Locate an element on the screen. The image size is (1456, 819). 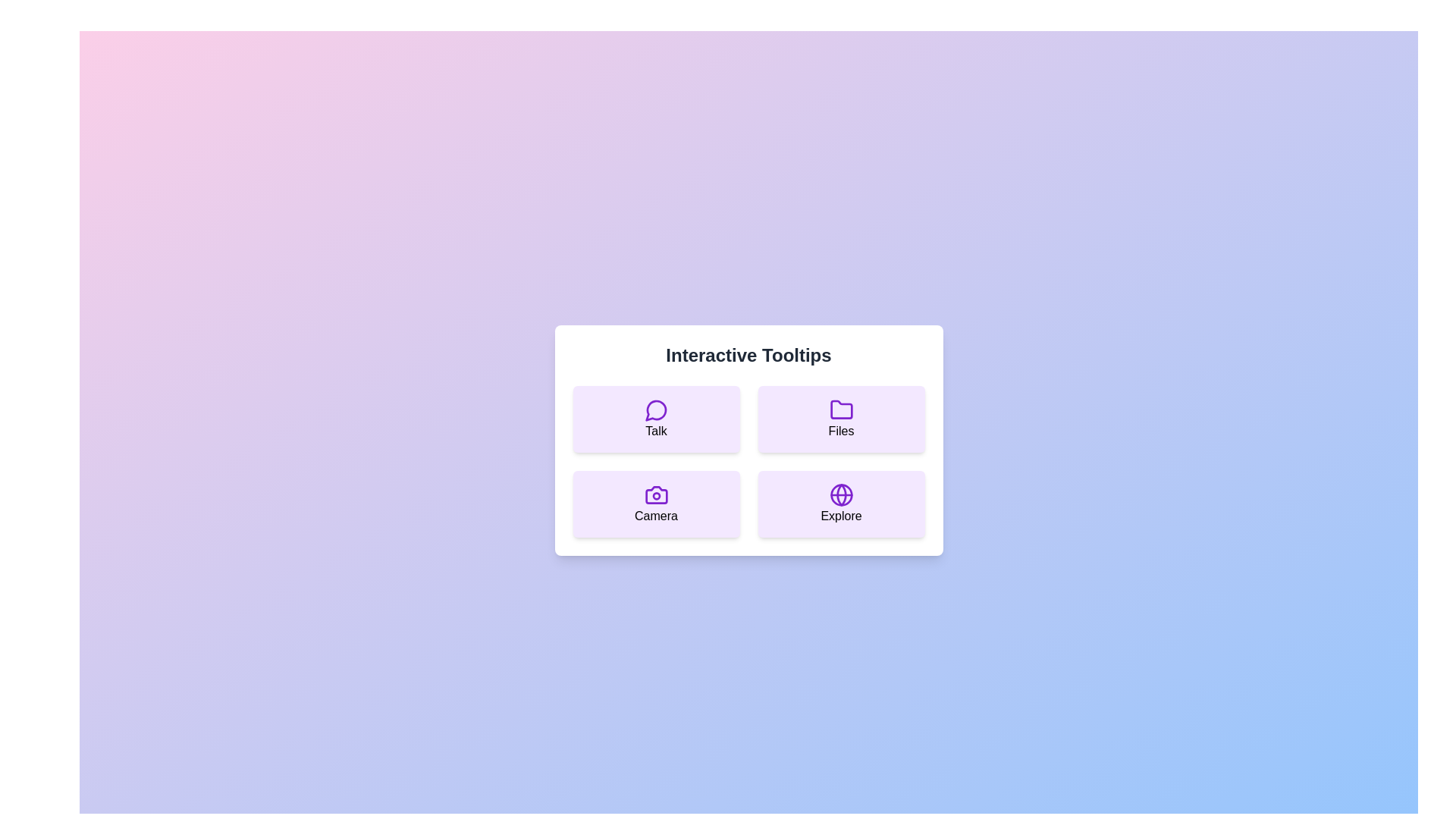
the communication icon located at the top-left of the tooltip options, above the text 'Talk' is located at coordinates (656, 409).